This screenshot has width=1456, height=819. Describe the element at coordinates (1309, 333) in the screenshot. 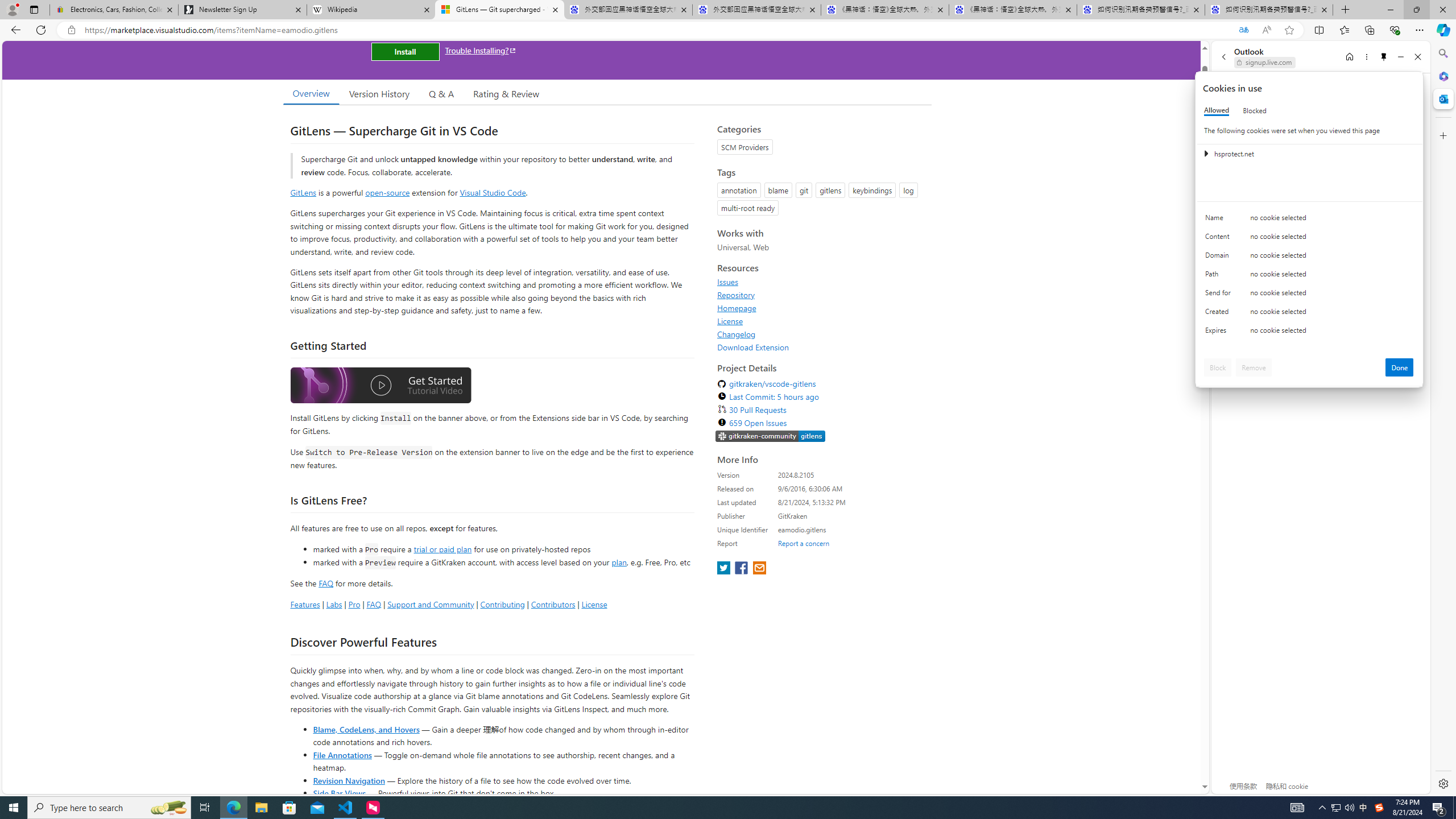

I see `'Class: c0153 c0157'` at that location.